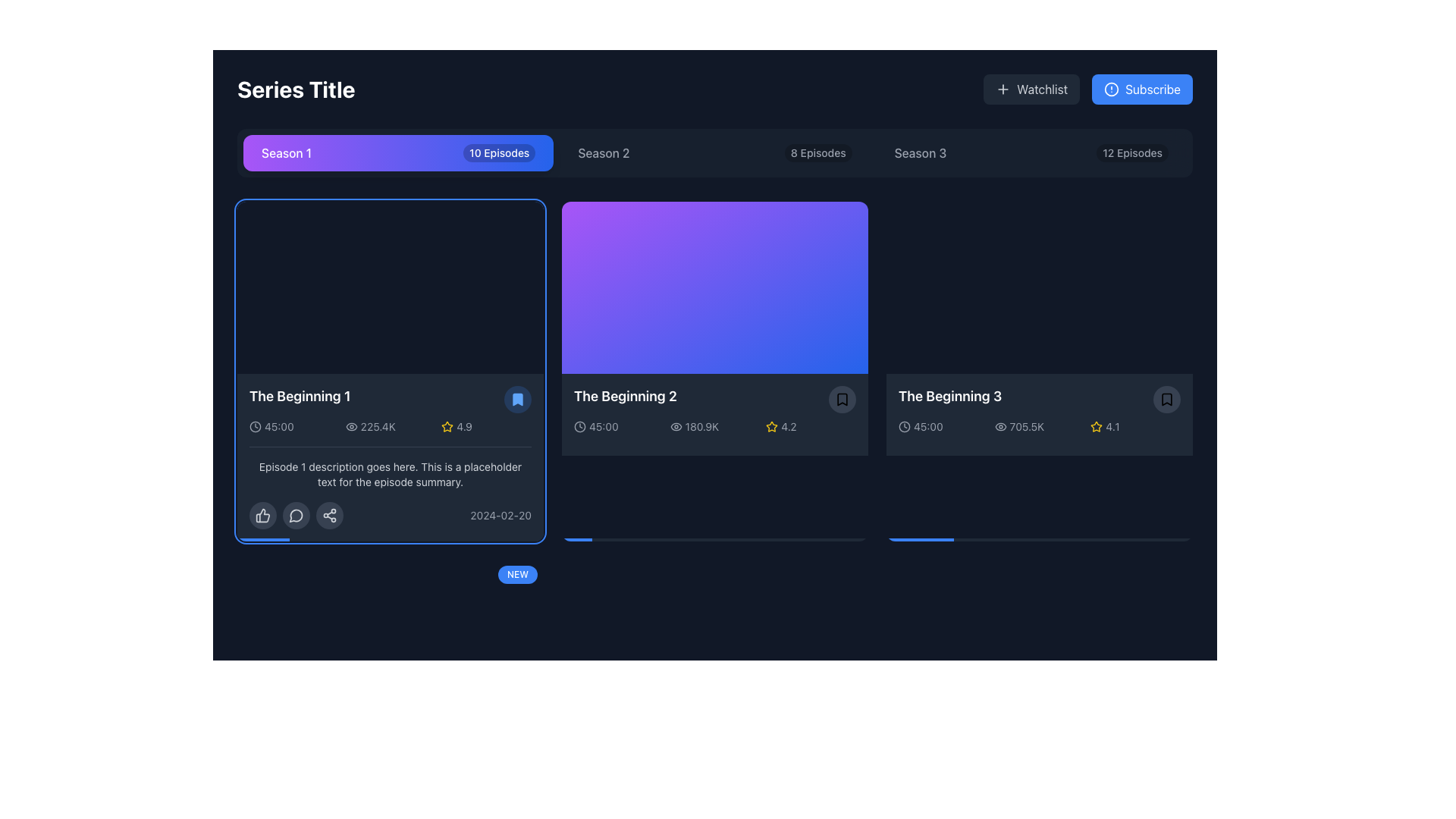 The width and height of the screenshot is (1456, 819). Describe the element at coordinates (1137, 539) in the screenshot. I see `progress level` at that location.